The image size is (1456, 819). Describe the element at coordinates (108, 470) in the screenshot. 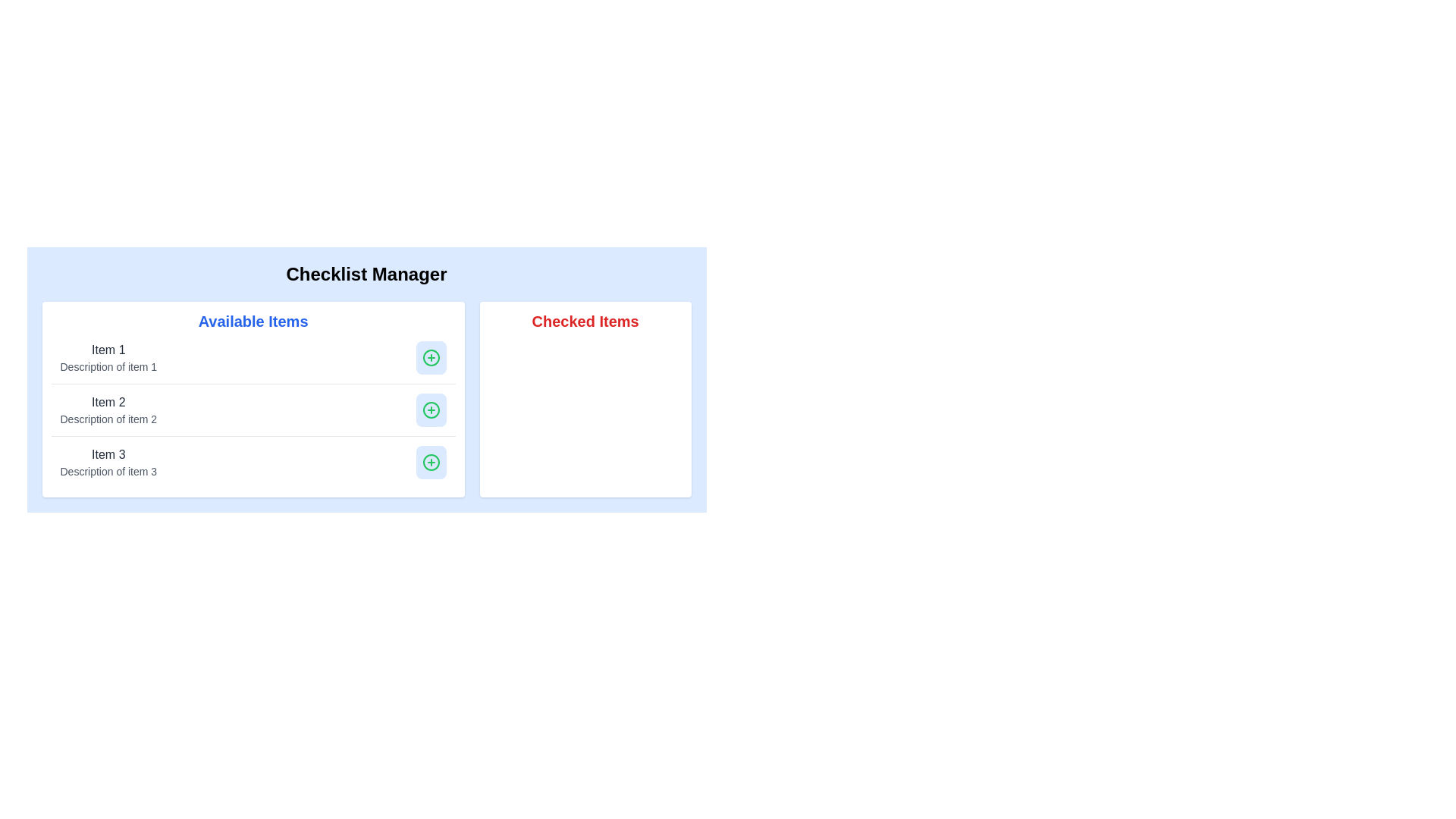

I see `the text label that reads 'Description of item 3', which is styled in gray and located beneath the 'Item 3' heading in the 'Available Items' group` at that location.